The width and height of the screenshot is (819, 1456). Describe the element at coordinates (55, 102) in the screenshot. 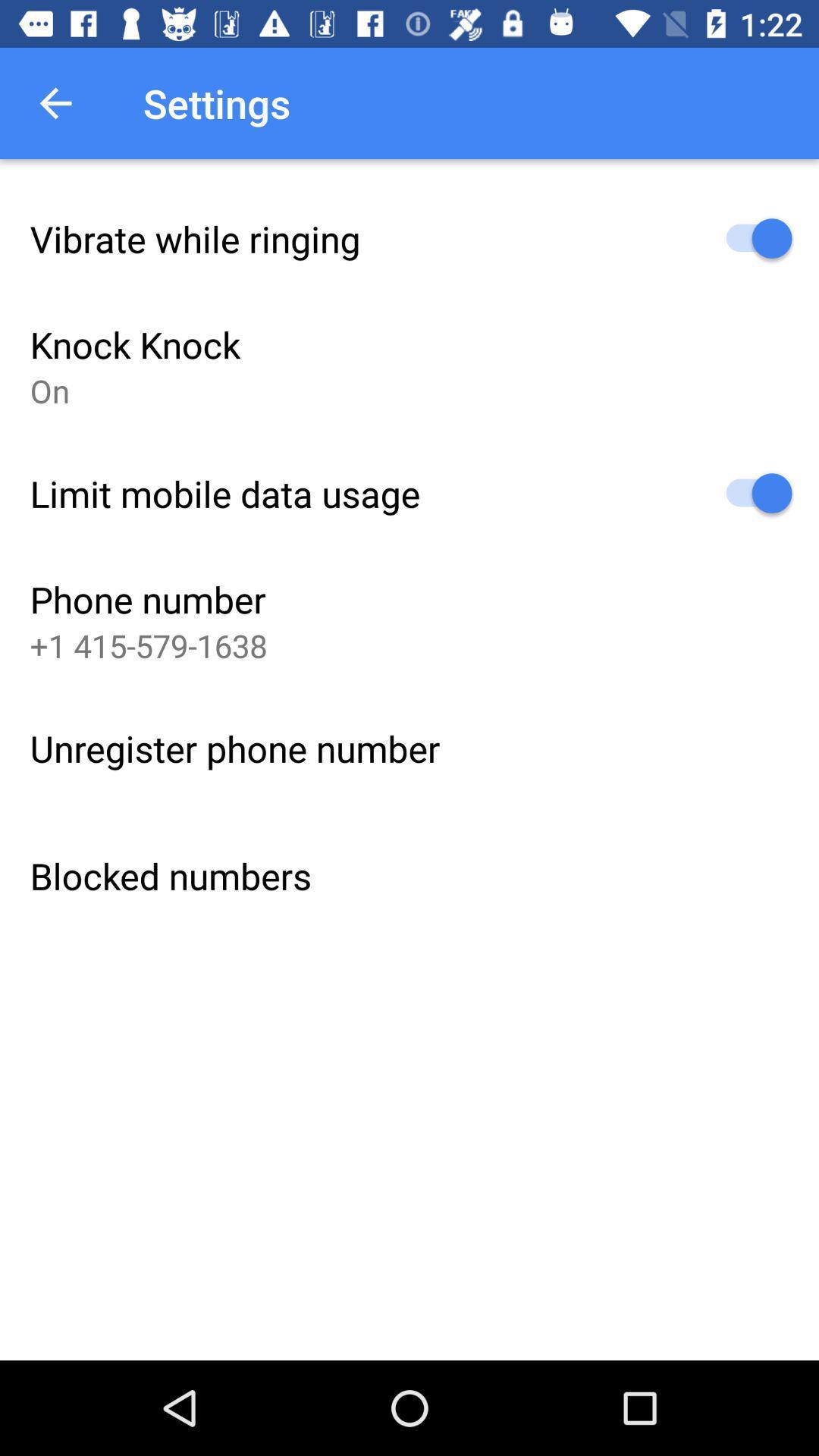

I see `icon next to the settings` at that location.